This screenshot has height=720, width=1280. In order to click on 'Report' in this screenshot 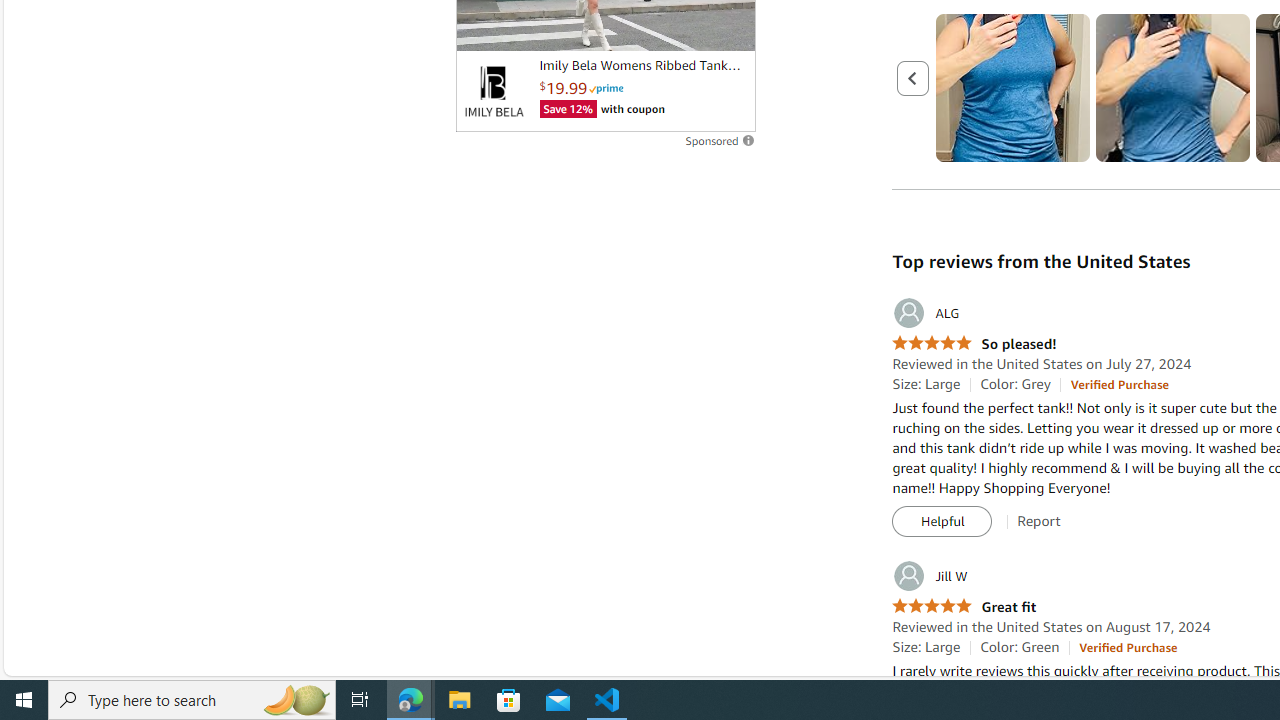, I will do `click(1039, 520)`.